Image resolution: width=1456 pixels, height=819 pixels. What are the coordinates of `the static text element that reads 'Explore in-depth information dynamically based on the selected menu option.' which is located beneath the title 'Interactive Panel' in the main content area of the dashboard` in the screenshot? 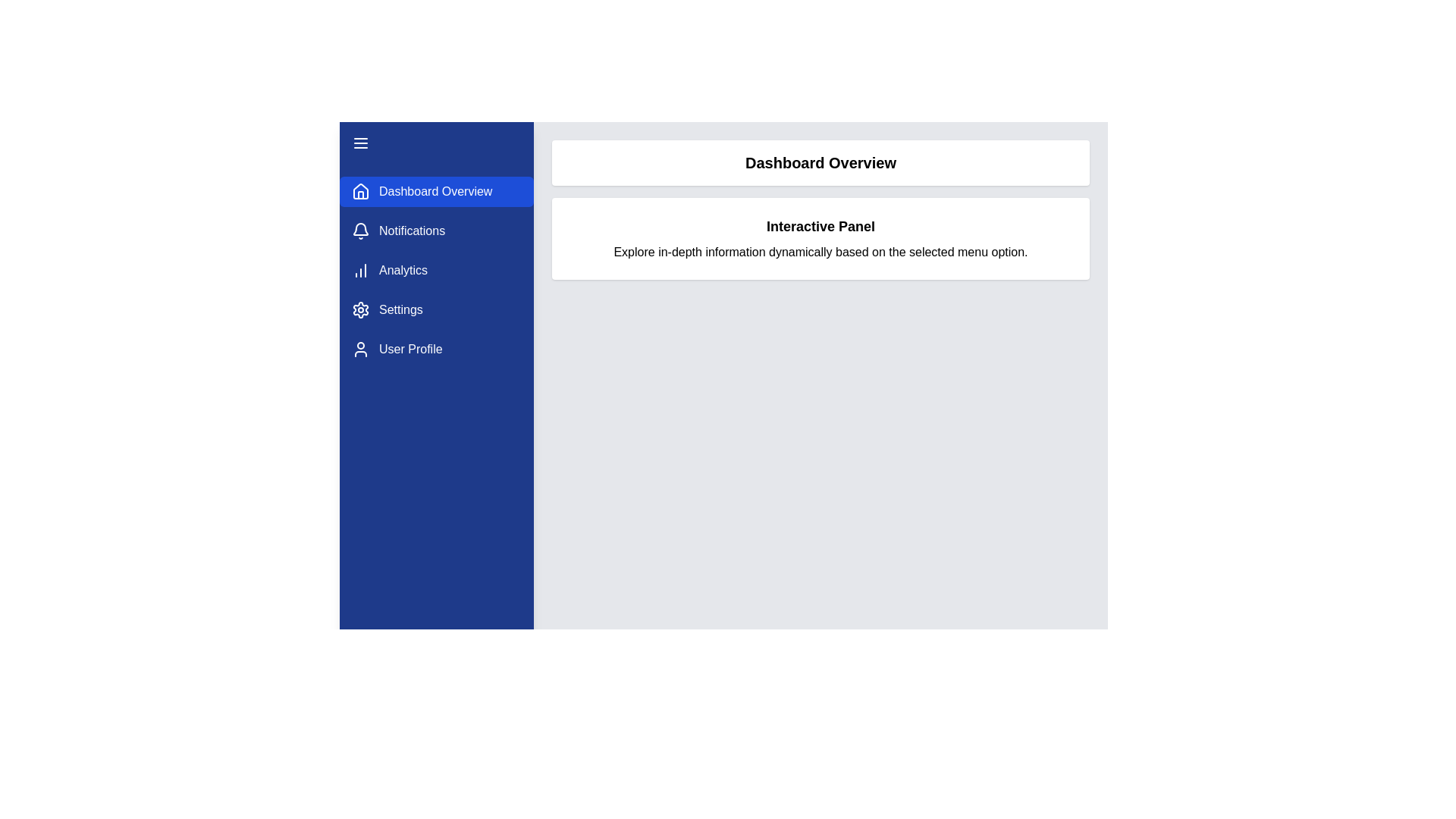 It's located at (820, 251).